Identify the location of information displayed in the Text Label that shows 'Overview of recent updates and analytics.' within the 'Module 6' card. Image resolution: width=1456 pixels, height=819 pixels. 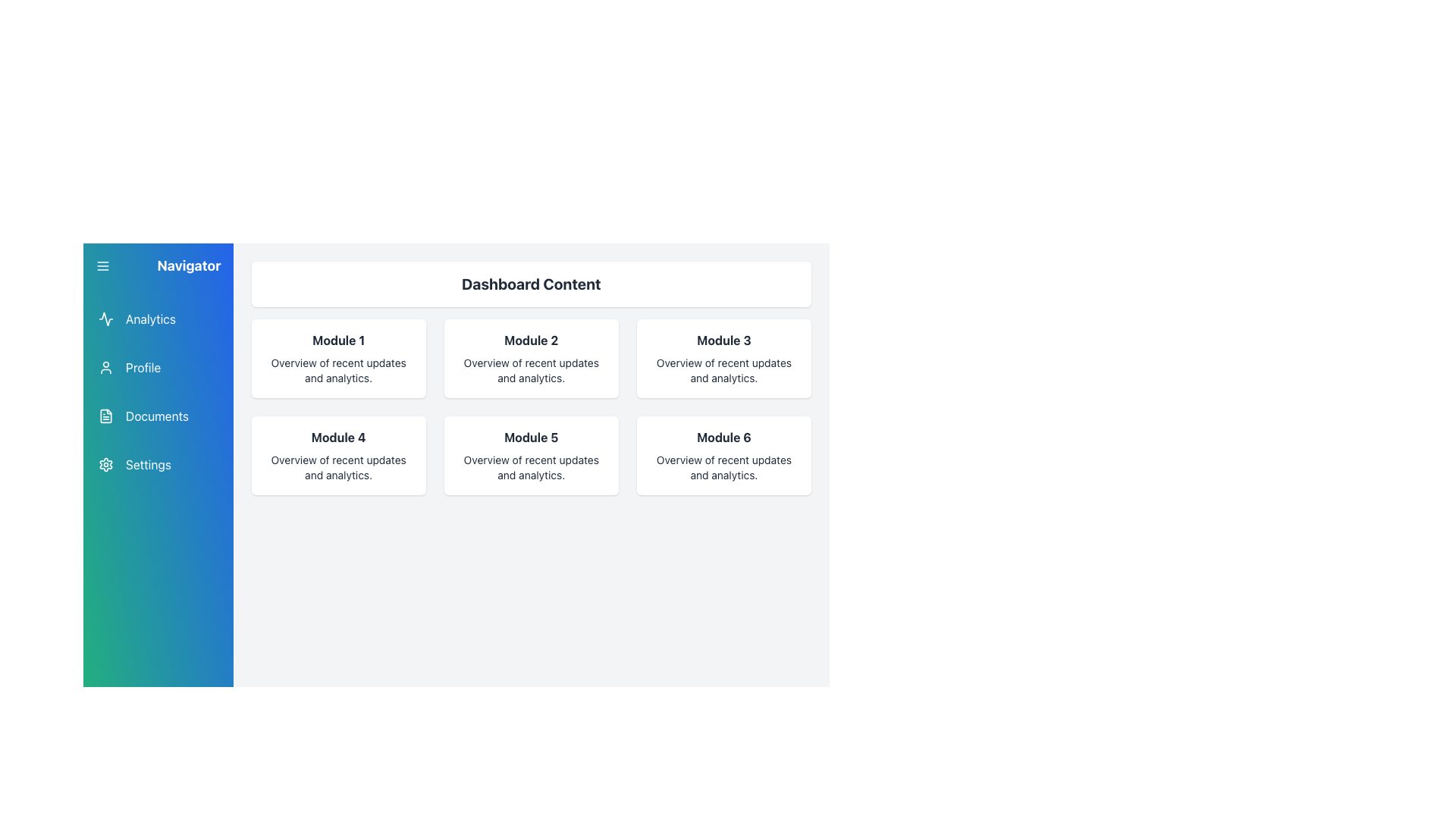
(723, 467).